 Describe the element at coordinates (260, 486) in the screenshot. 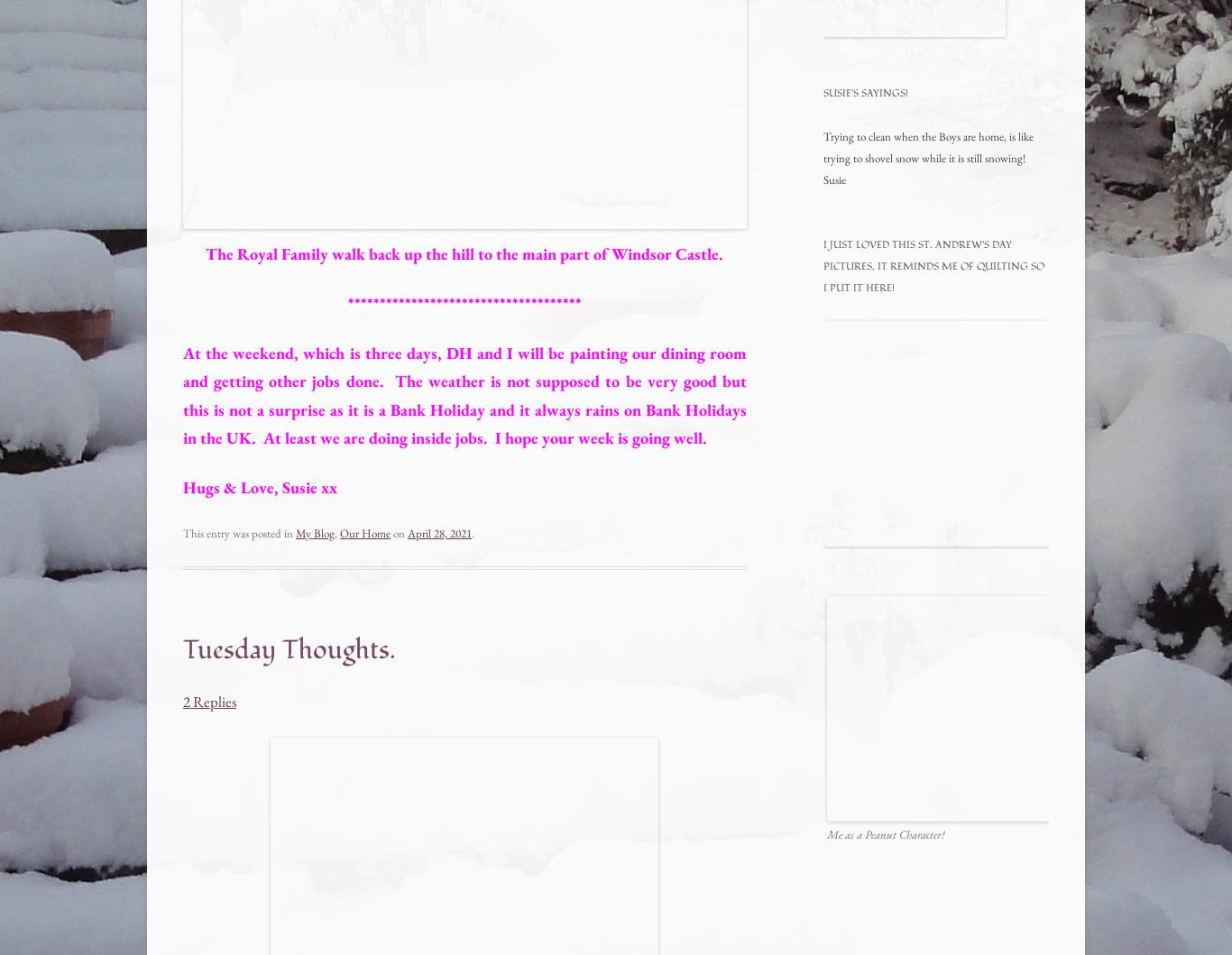

I see `'Hugs & Love, Susie xx'` at that location.